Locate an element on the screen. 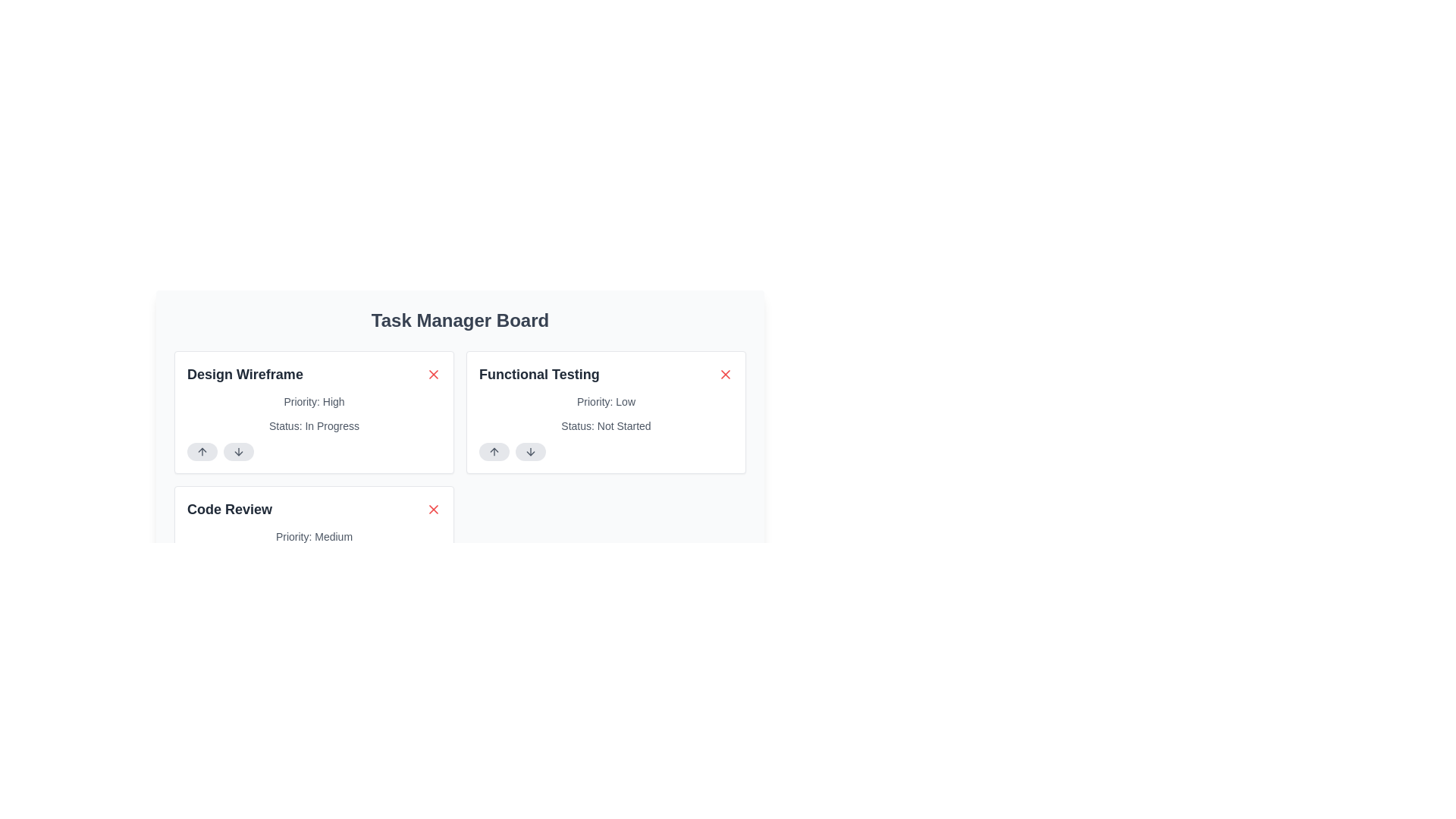 The image size is (1456, 819). the close or delete icon button located in the top-right corner of the 'Functional Testing' card is located at coordinates (724, 374).